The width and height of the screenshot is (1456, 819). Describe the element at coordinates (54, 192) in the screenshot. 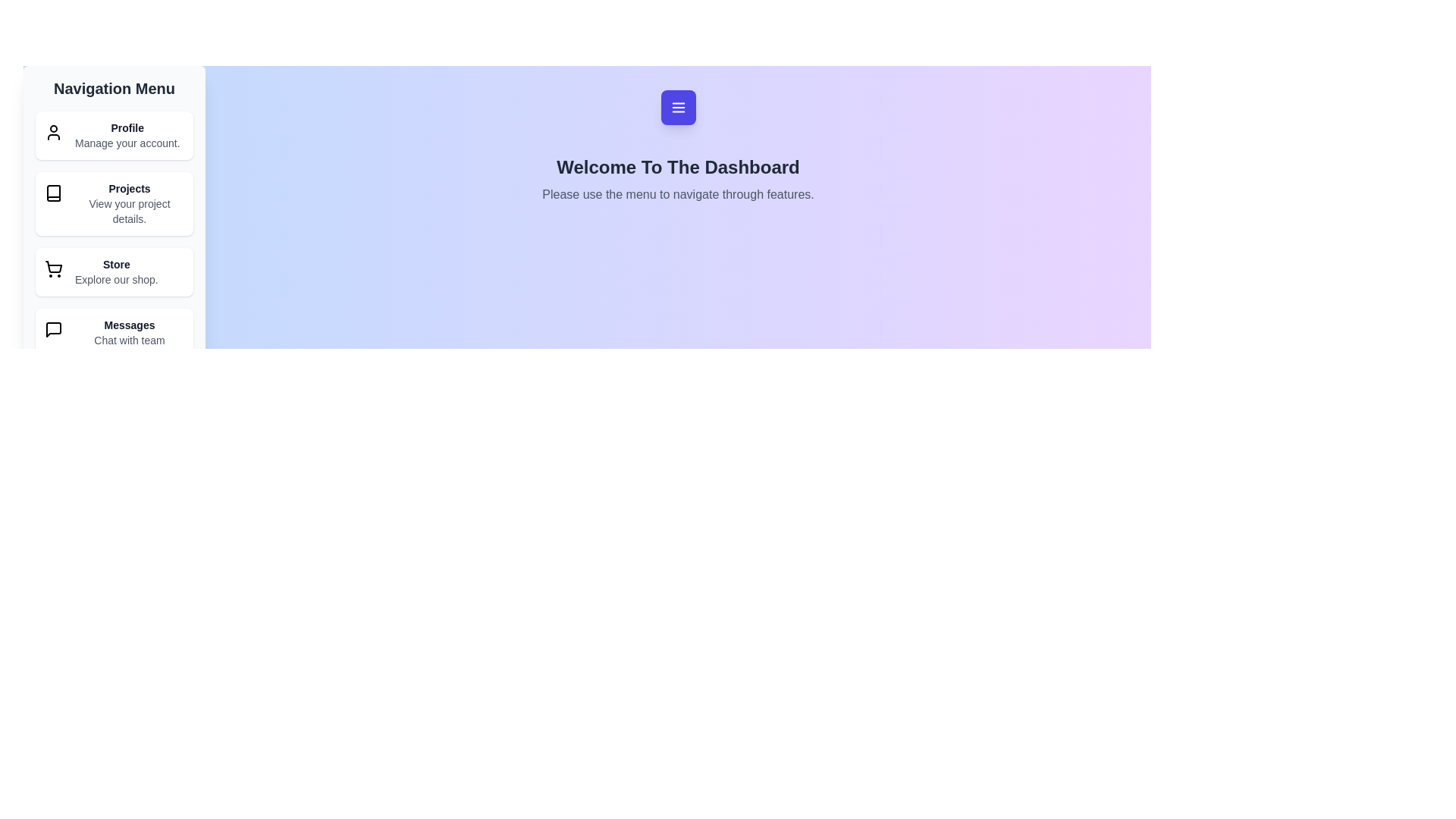

I see `the icon corresponding to Projects in the navigation menu` at that location.